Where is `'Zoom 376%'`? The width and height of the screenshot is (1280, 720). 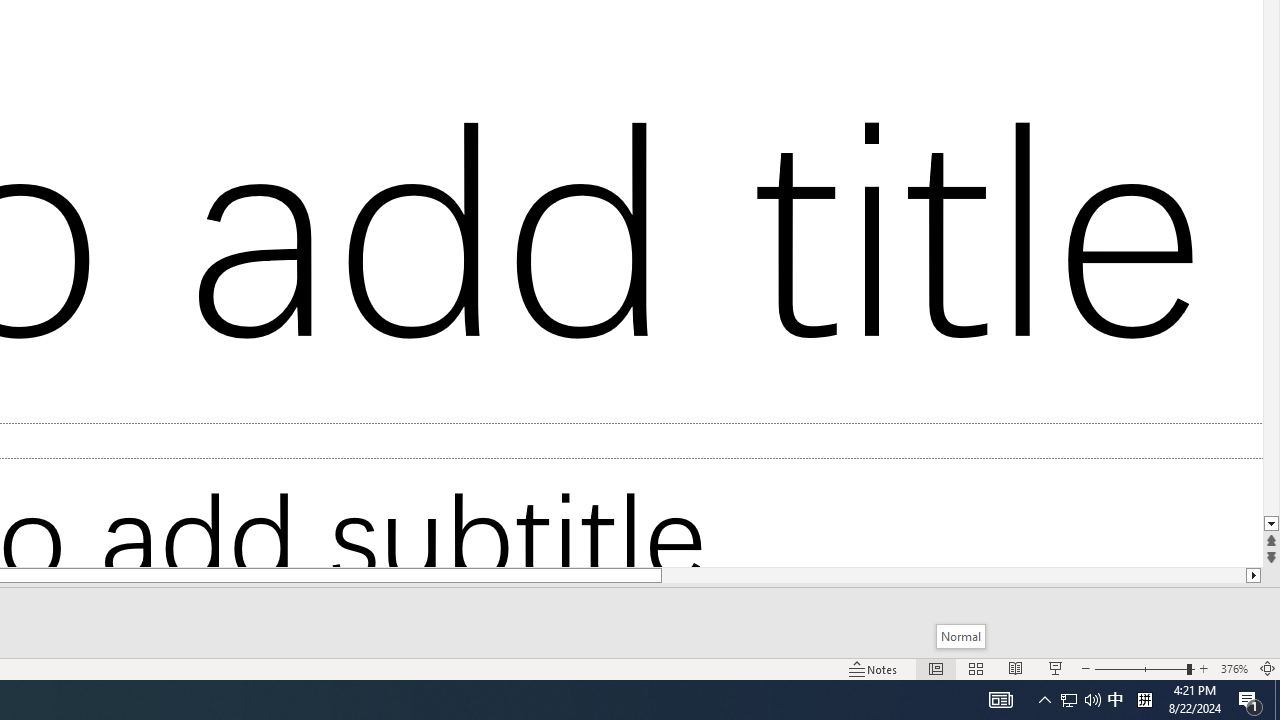 'Zoom 376%' is located at coordinates (1233, 669).